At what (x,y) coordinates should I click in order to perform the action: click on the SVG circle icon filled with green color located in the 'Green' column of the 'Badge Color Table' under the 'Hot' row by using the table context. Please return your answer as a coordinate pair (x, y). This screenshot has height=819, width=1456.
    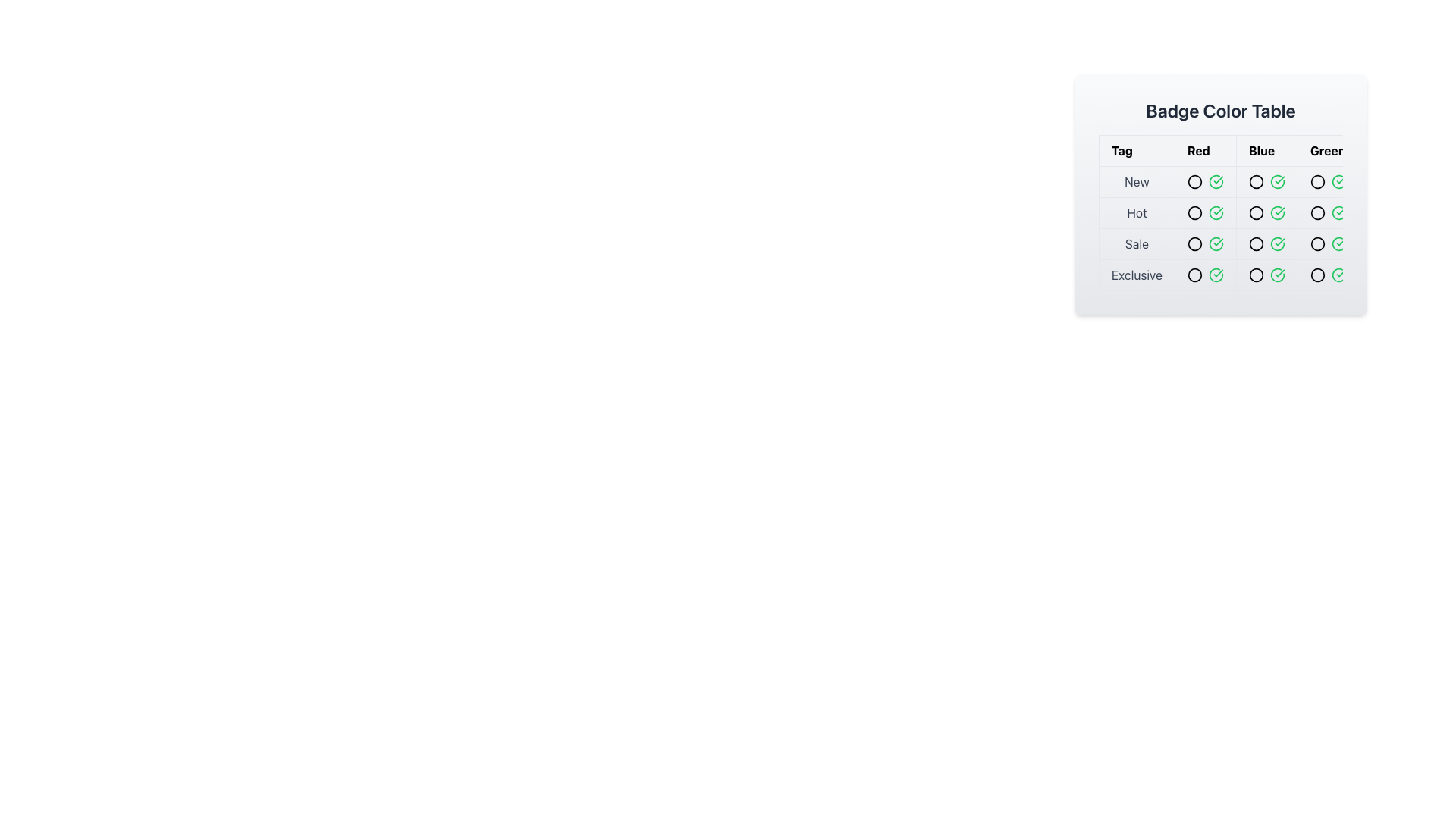
    Looking at the image, I should click on (1316, 213).